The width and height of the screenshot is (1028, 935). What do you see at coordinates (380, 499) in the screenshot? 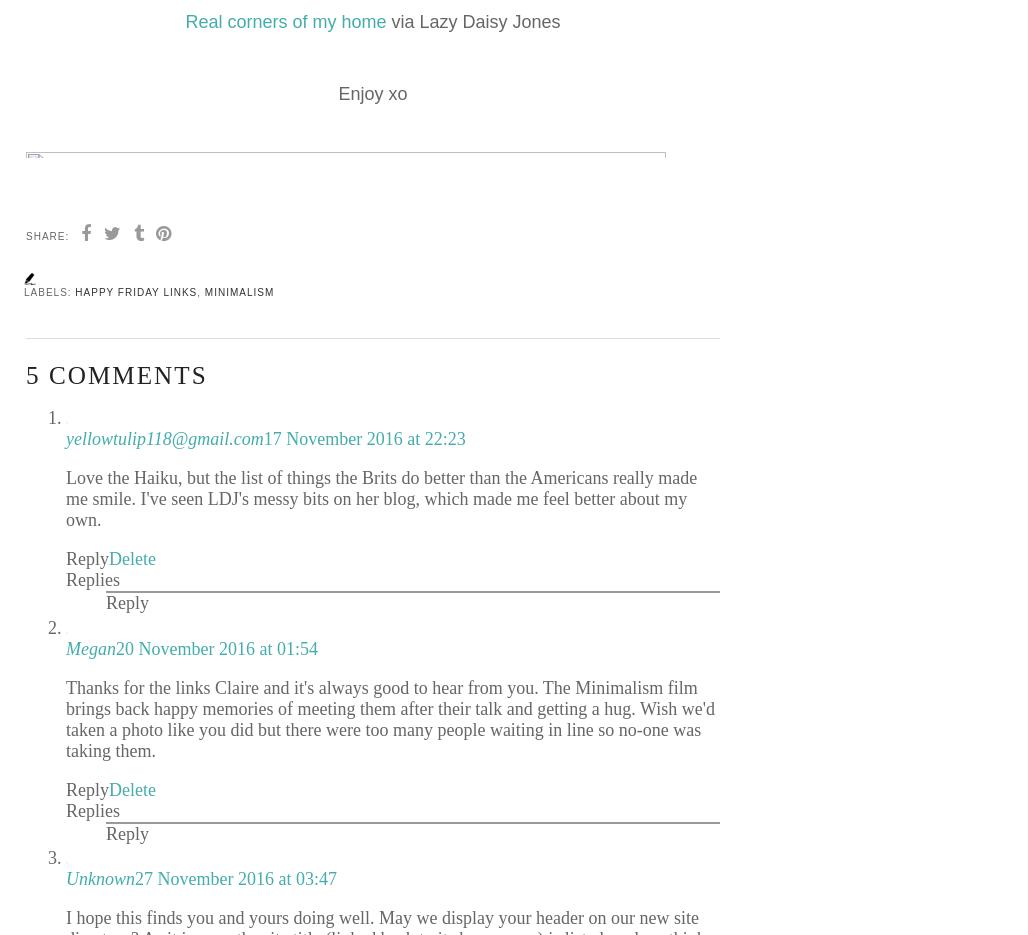
I see `'Love the Haiku, but the list of things the Brits do better than the Americans really made me smile. I've seen LDJ's messy bits on her blog, which made me feel better about my own.'` at bounding box center [380, 499].